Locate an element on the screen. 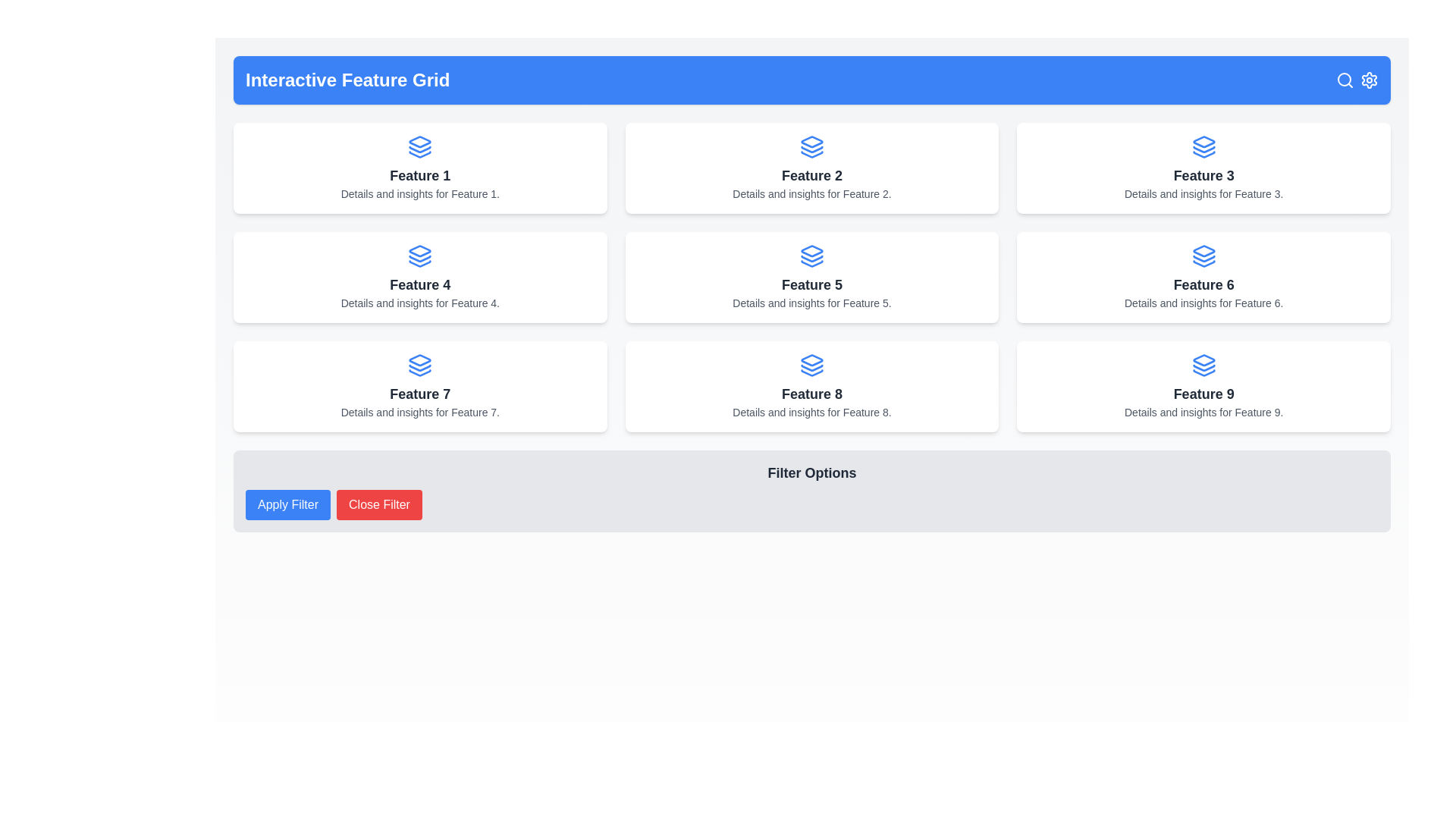  the Text label providing information about 'Feature 4', located within the card associated with this feature is located at coordinates (420, 303).